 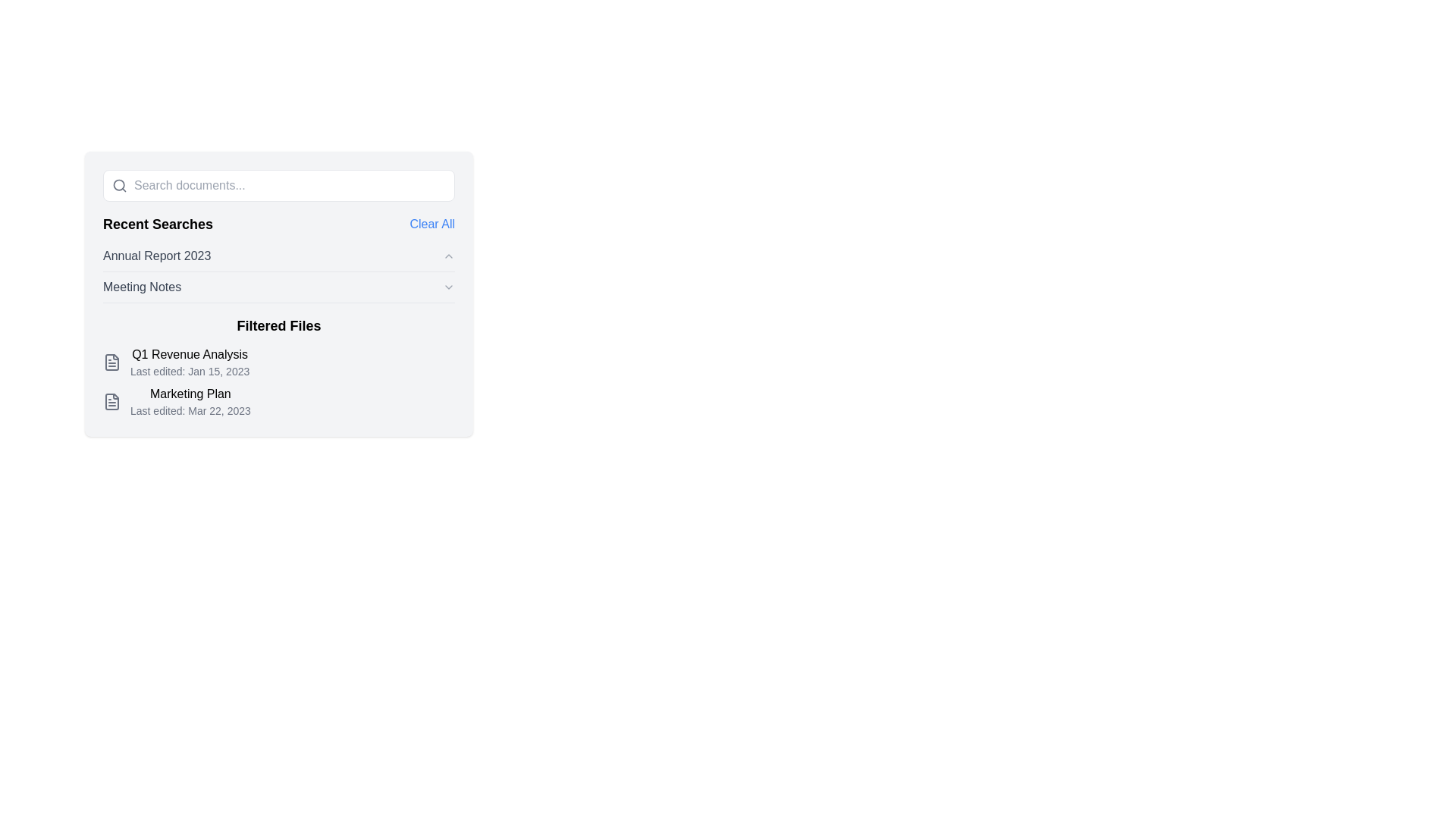 What do you see at coordinates (279, 381) in the screenshot?
I see `the List of items with metadata located under the 'Filtered Files' section` at bounding box center [279, 381].